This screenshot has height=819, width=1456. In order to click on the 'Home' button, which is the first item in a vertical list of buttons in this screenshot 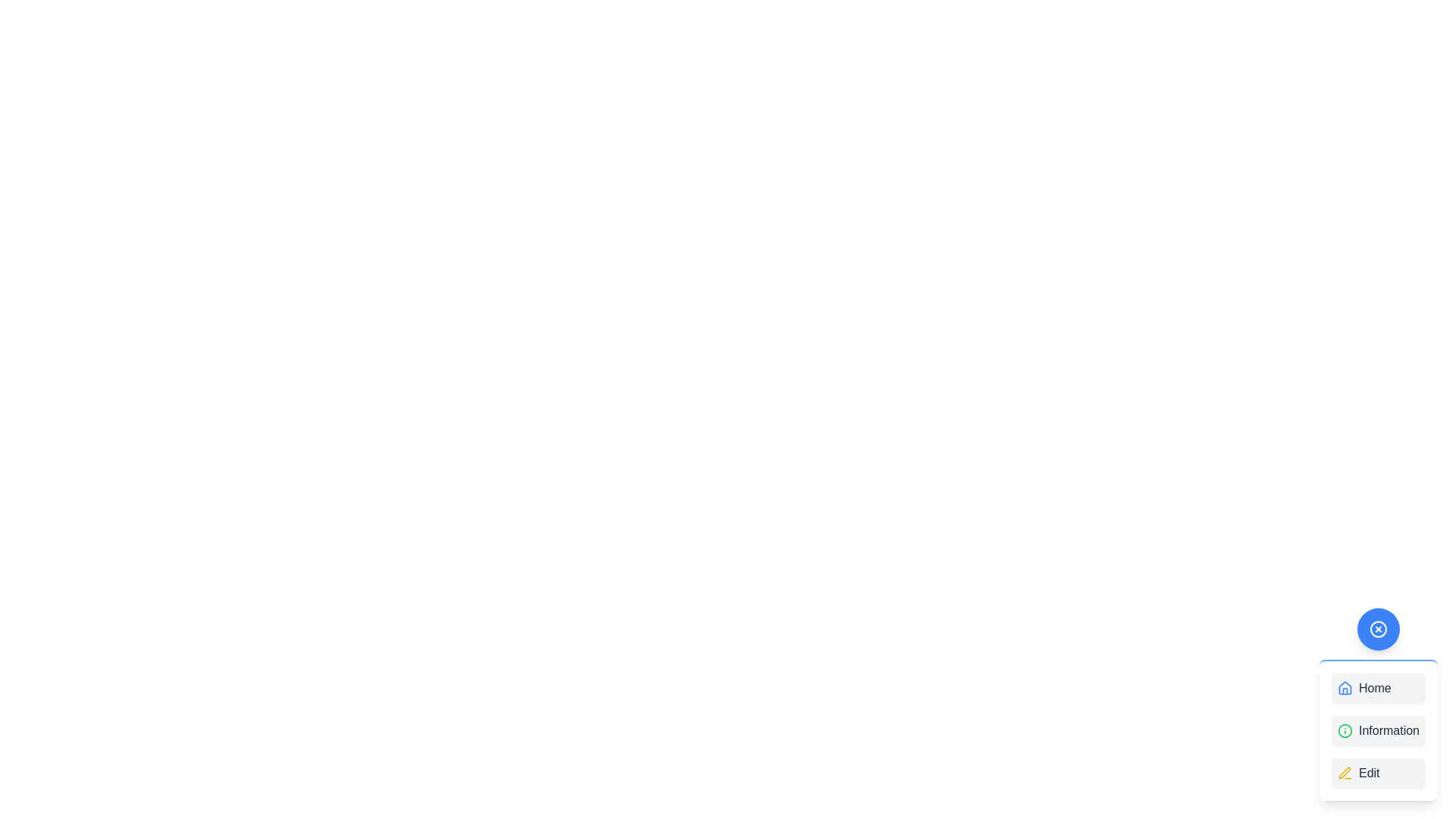, I will do `click(1379, 688)`.